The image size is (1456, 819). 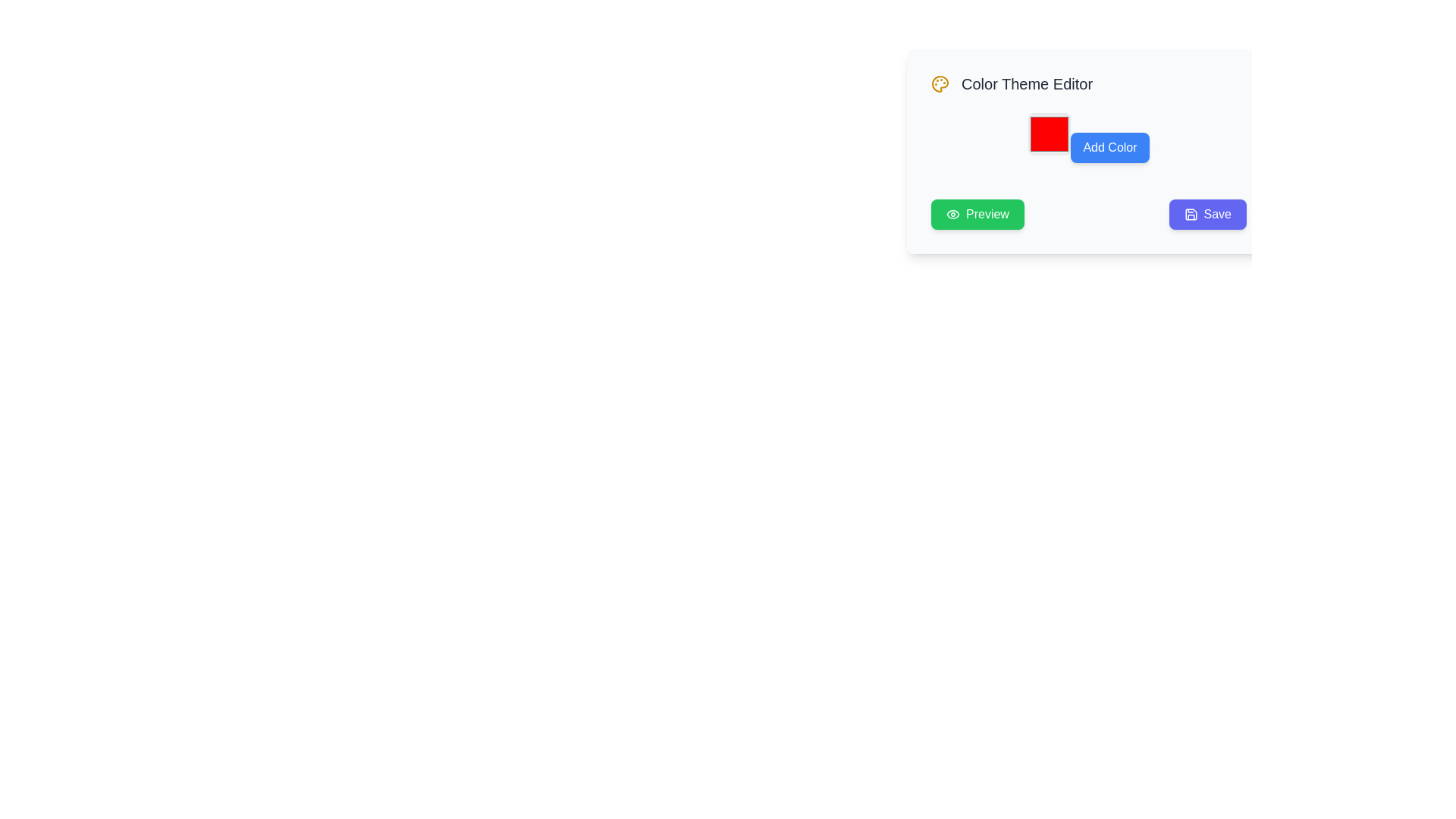 What do you see at coordinates (1110, 148) in the screenshot?
I see `the button that allows users to add or define a color in the theme editor, located beneath and slightly to the right of the color square element in the 'Color Theme Editor'` at bounding box center [1110, 148].